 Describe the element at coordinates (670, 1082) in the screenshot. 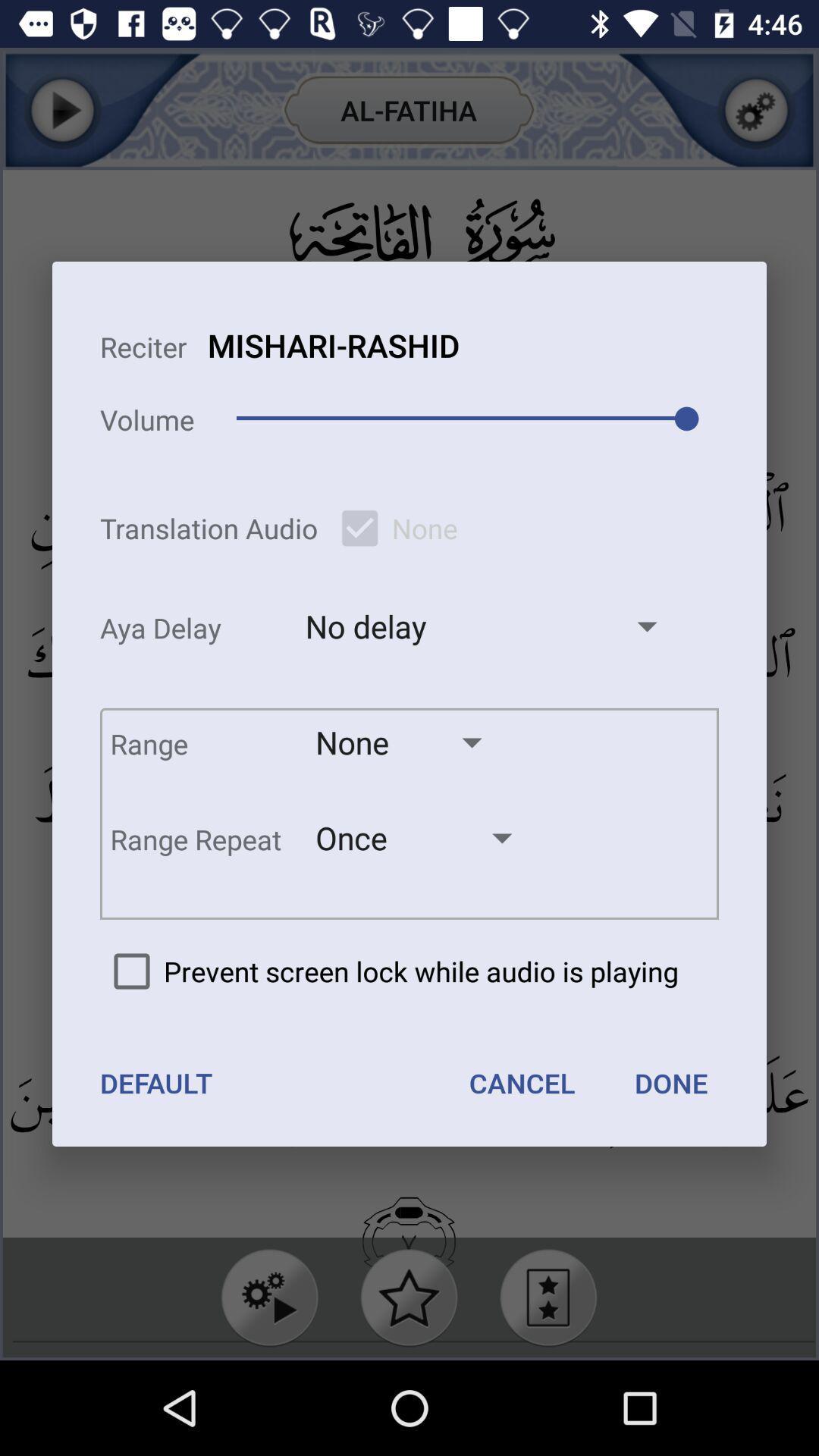

I see `done at the bottom right corner` at that location.